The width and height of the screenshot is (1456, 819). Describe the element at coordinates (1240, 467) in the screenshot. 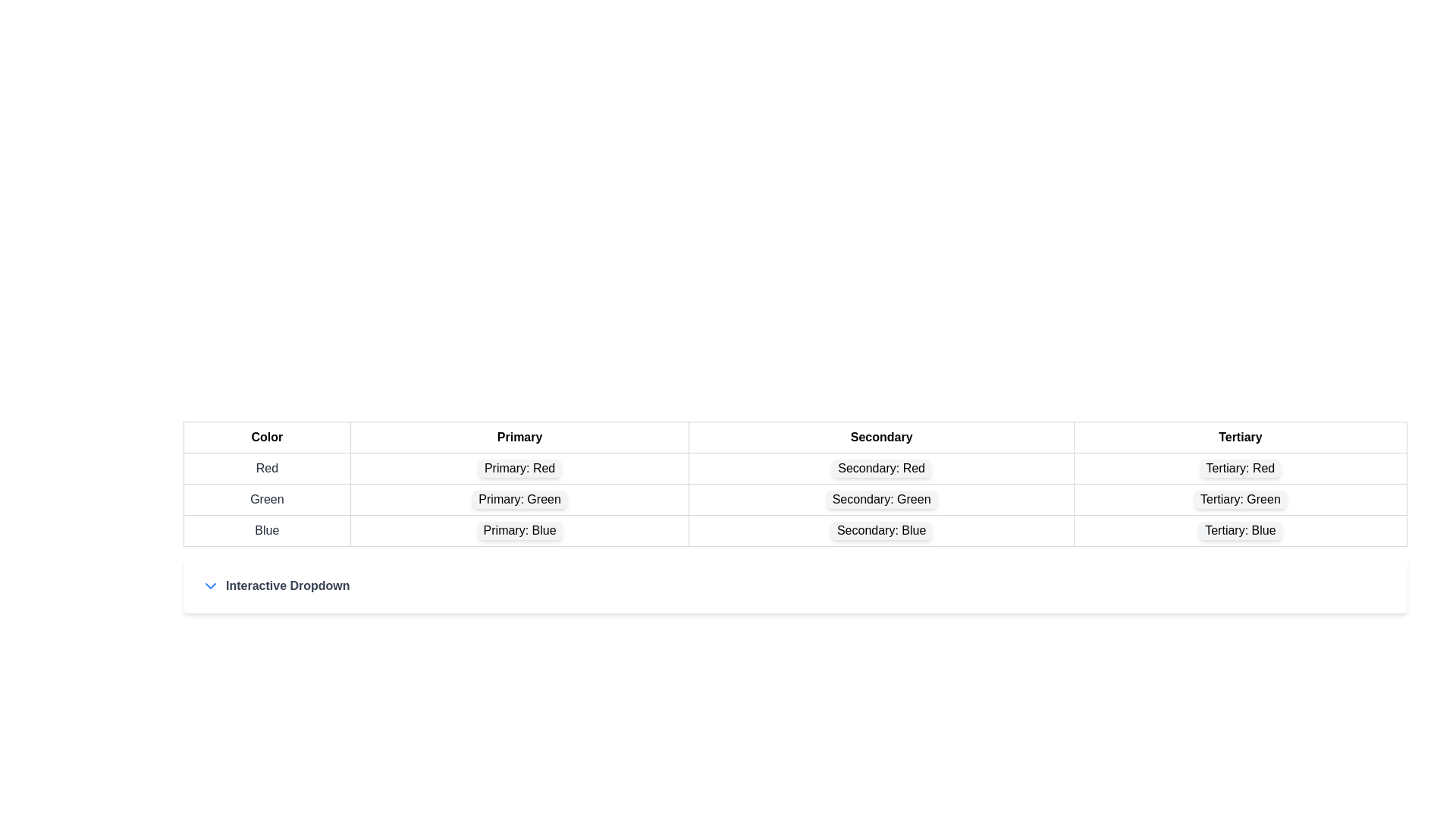

I see `the Text Label indicating the color 'Red' in the 'Tertiary' category of the table, which is located in the last column of the first row` at that location.